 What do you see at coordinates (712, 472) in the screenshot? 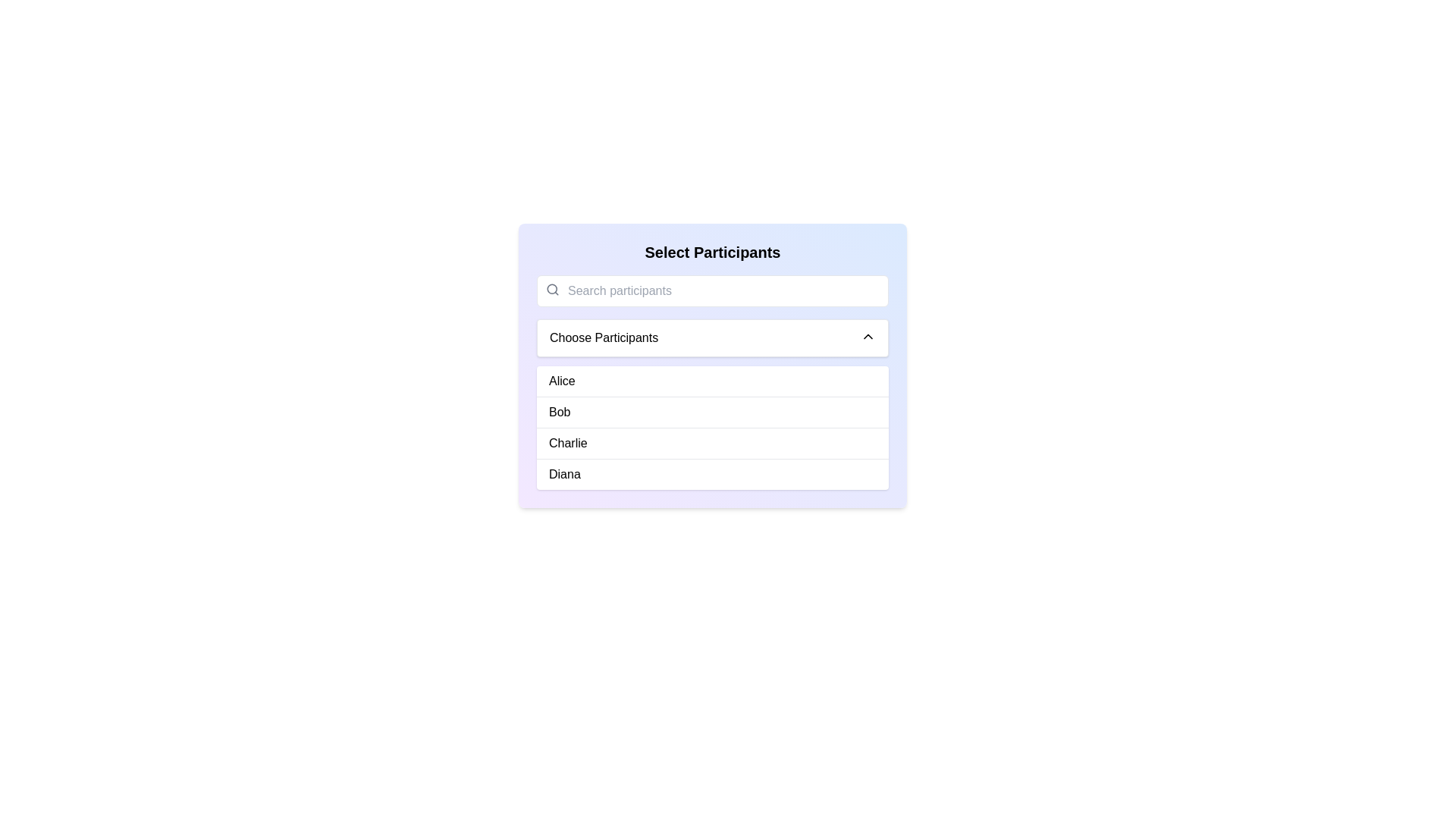
I see `the fourth selectable list item labeled 'Diana'` at bounding box center [712, 472].